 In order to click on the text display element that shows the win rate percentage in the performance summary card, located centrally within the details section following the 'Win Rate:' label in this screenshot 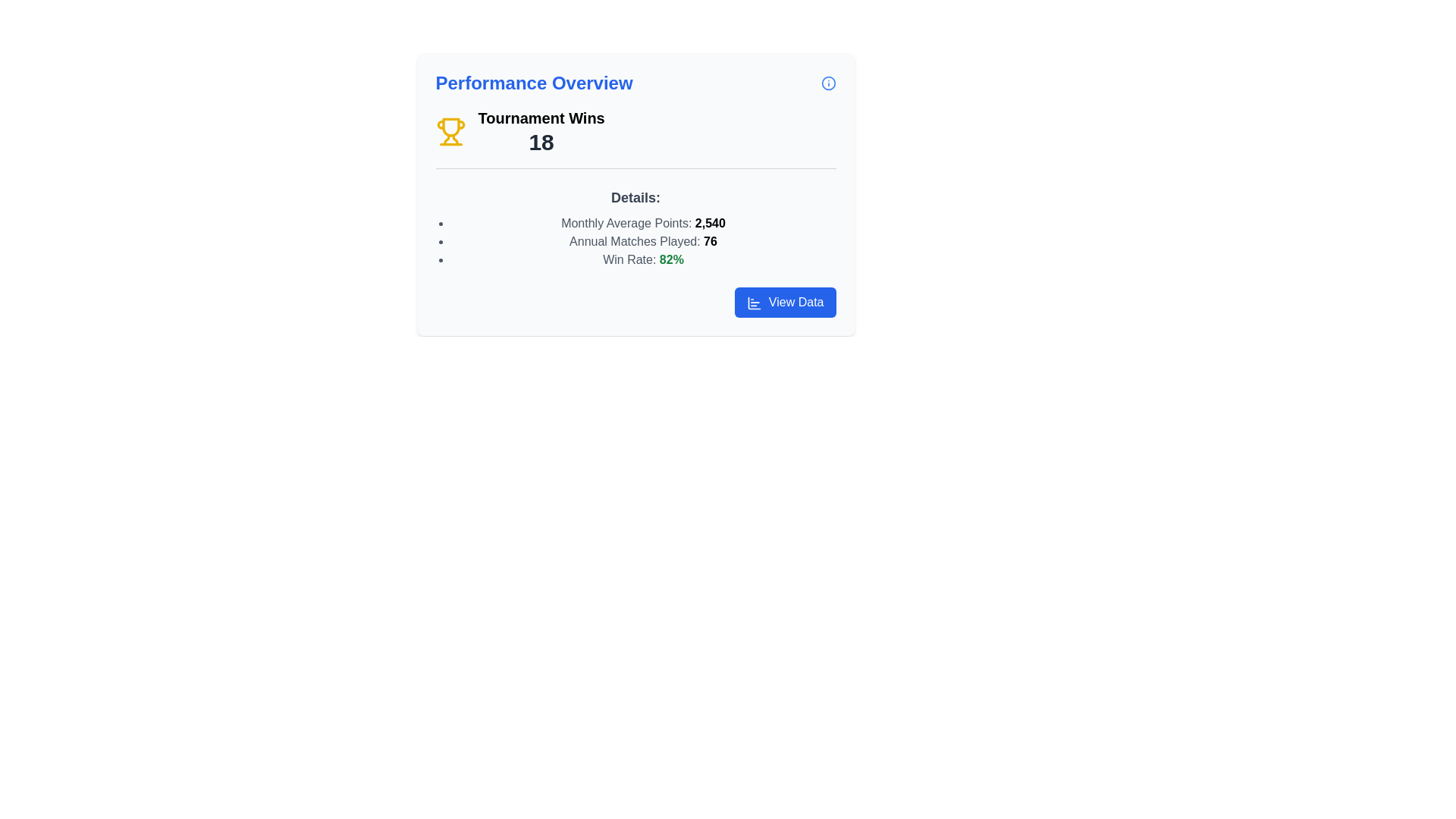, I will do `click(670, 259)`.